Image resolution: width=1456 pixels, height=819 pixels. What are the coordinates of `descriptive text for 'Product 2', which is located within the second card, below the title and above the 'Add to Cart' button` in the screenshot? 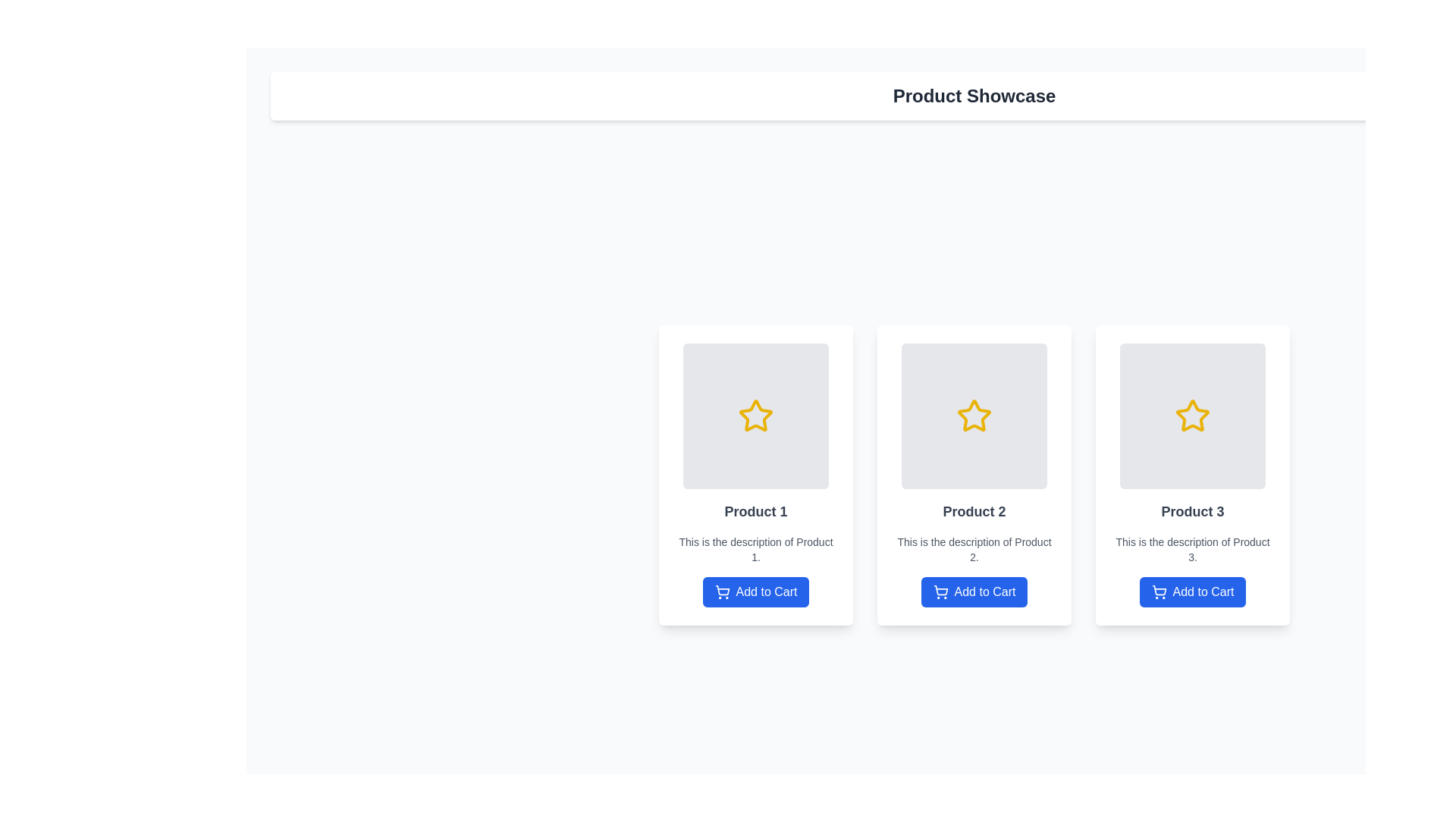 It's located at (974, 550).